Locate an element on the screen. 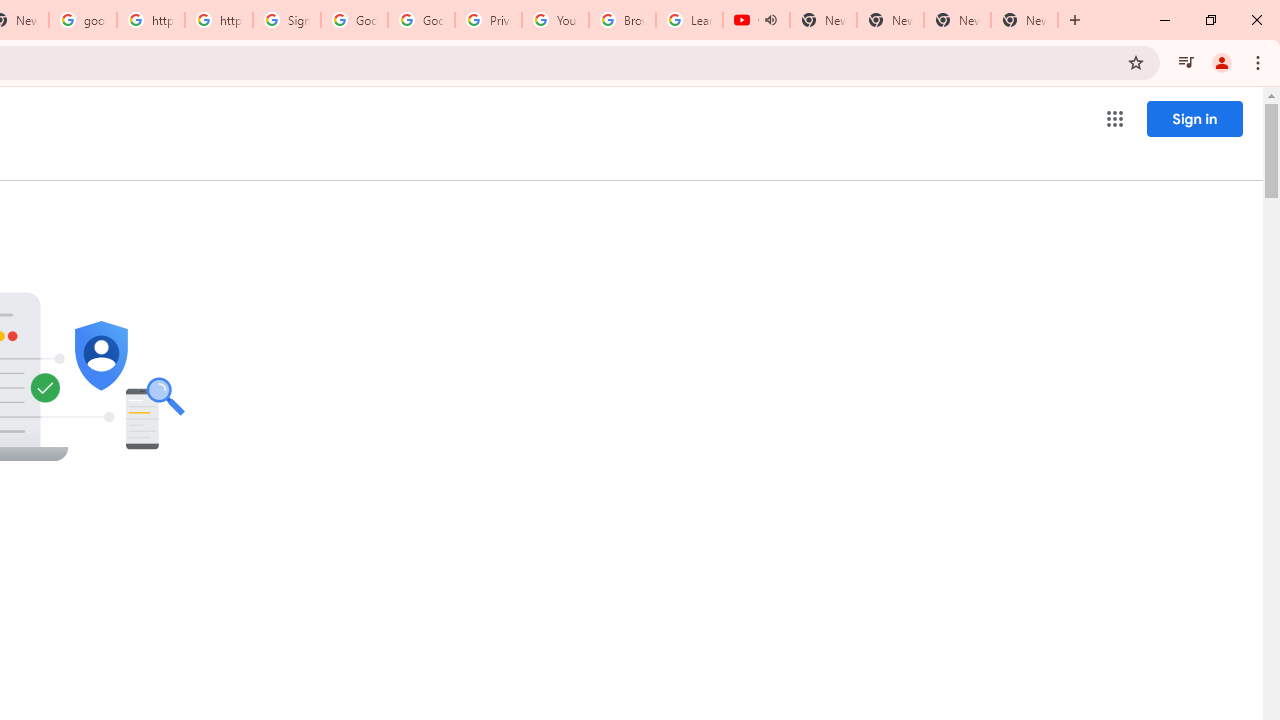 This screenshot has height=720, width=1280. 'https://scholar.google.com/' is located at coordinates (150, 20).